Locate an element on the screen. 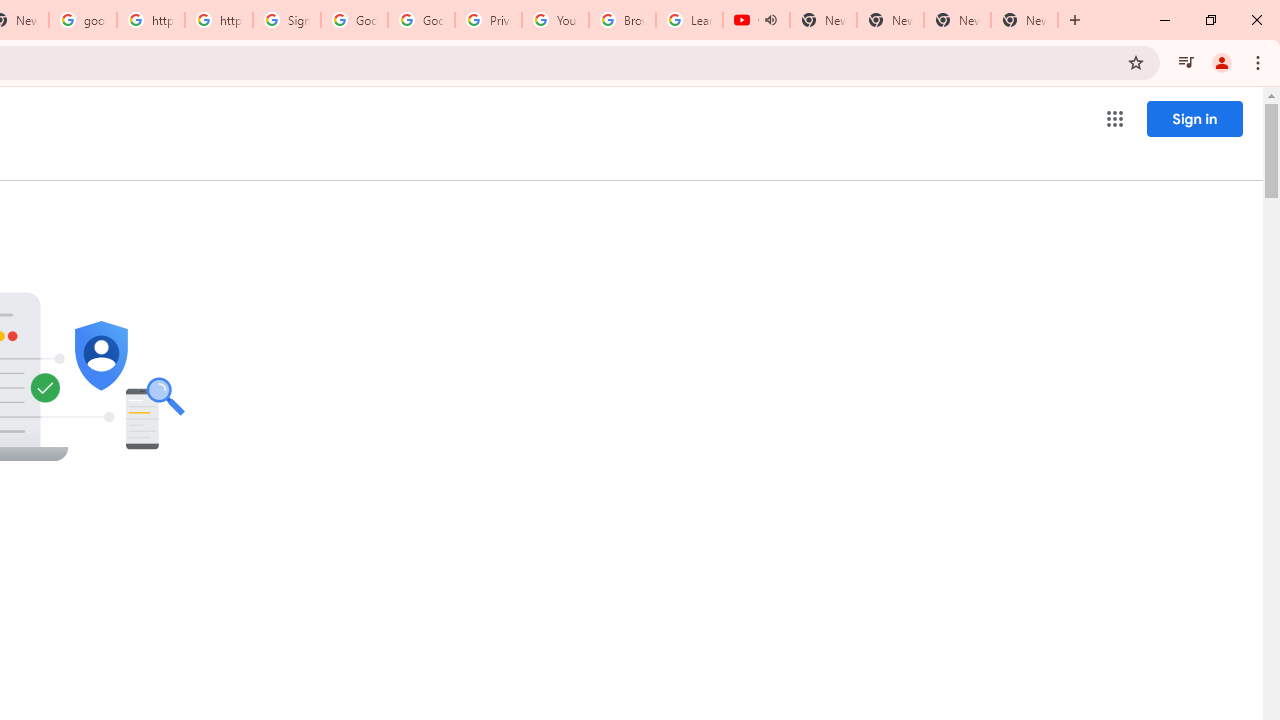 This screenshot has height=720, width=1280. 'https://scholar.google.com/' is located at coordinates (150, 20).